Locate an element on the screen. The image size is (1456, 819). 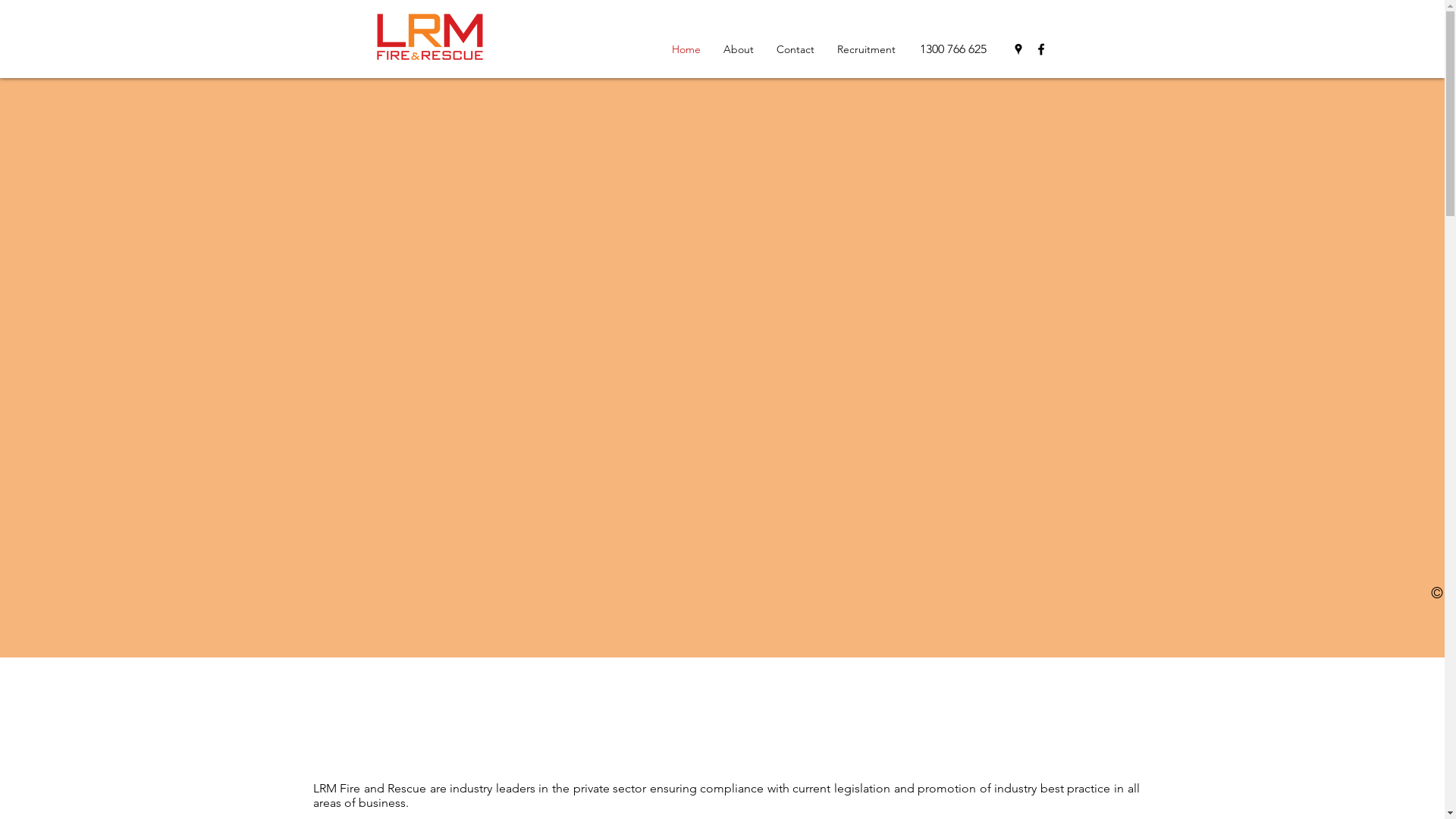
'Recruitment' is located at coordinates (824, 49).